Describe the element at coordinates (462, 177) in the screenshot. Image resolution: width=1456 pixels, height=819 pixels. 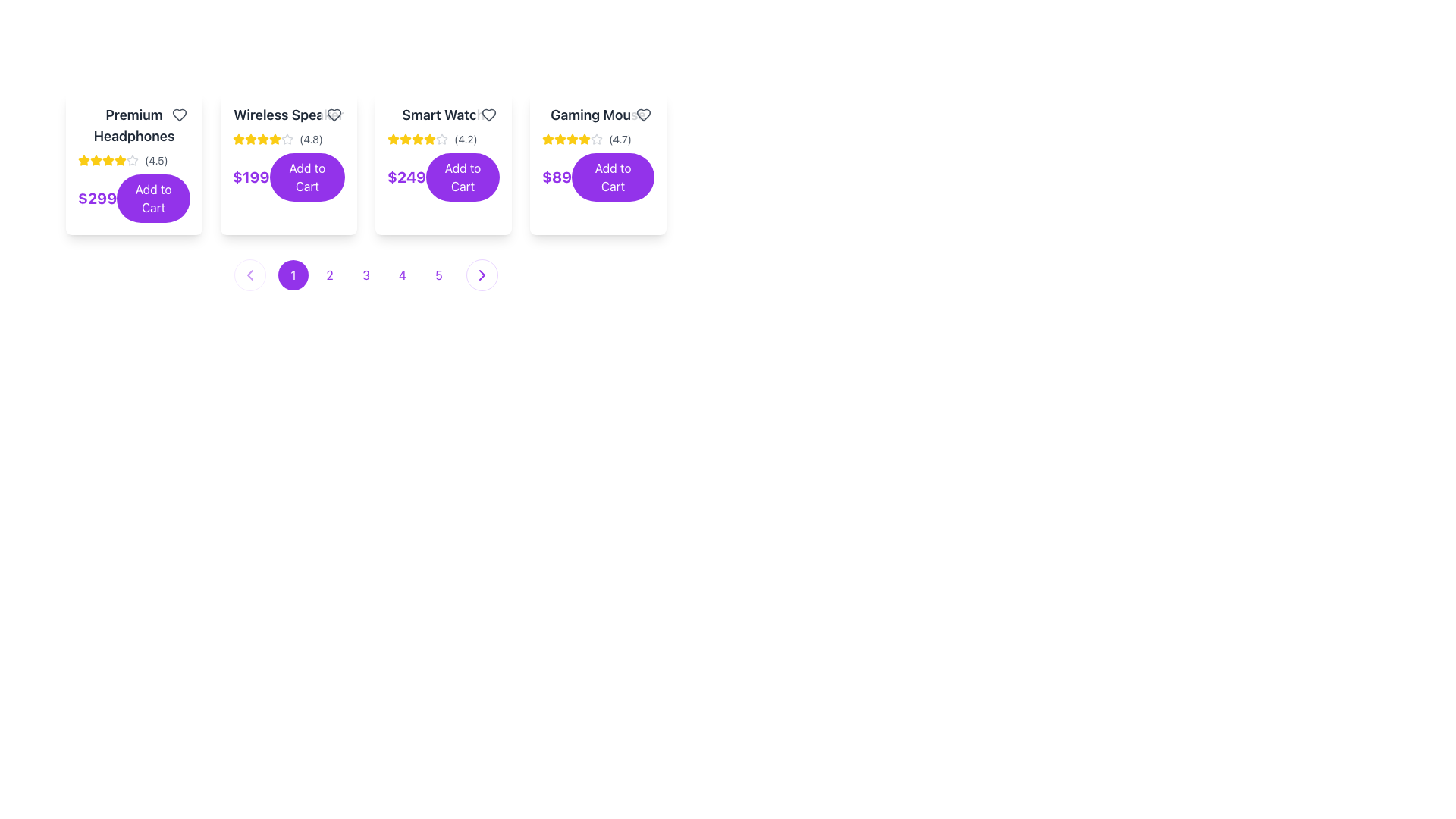
I see `the rectangular button with a purple background and the text 'Add to Cart'` at that location.